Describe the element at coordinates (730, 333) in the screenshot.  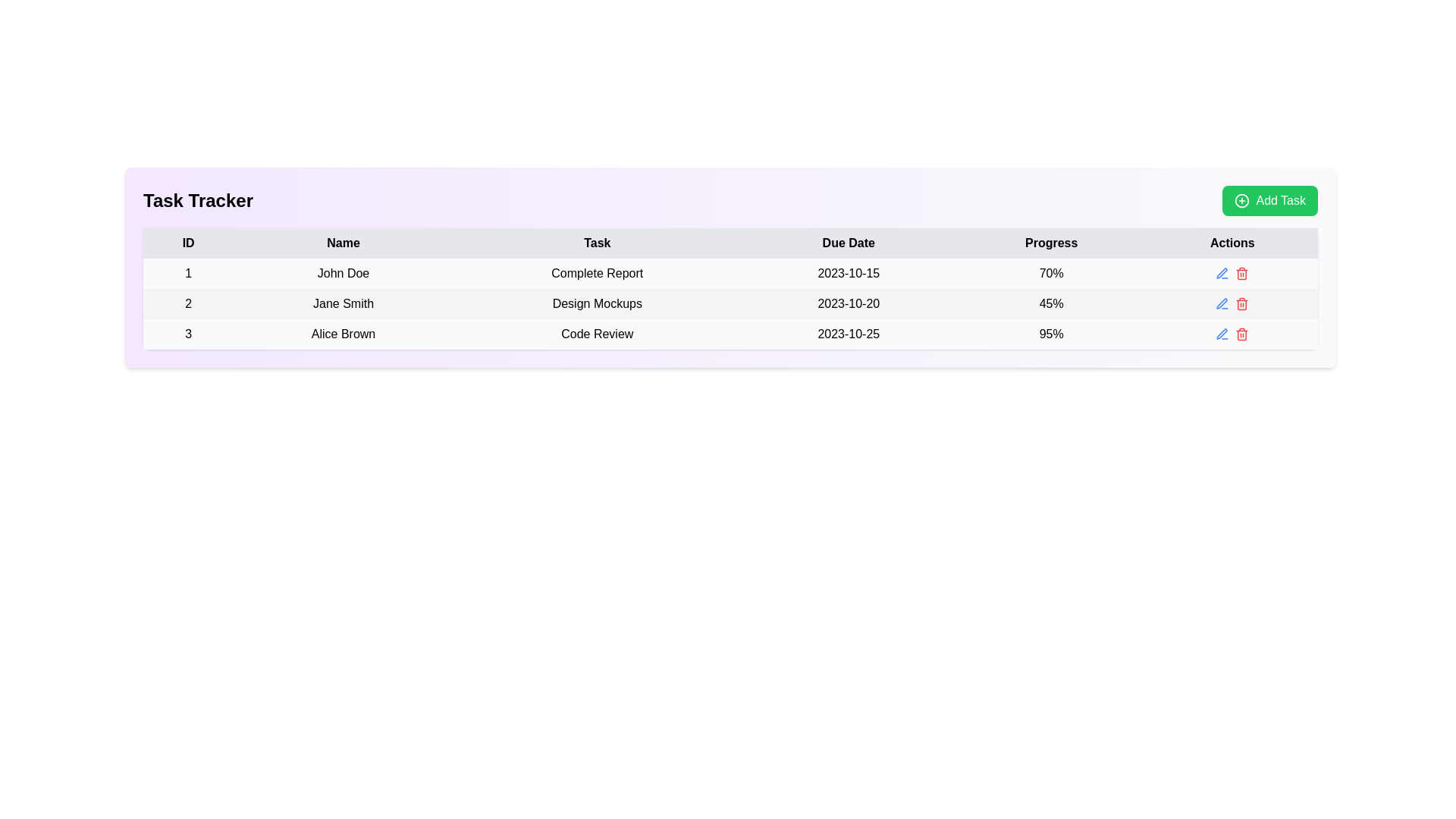
I see `the table row displaying the task 'Code Review' assigned to 'Alice Brown'` at that location.